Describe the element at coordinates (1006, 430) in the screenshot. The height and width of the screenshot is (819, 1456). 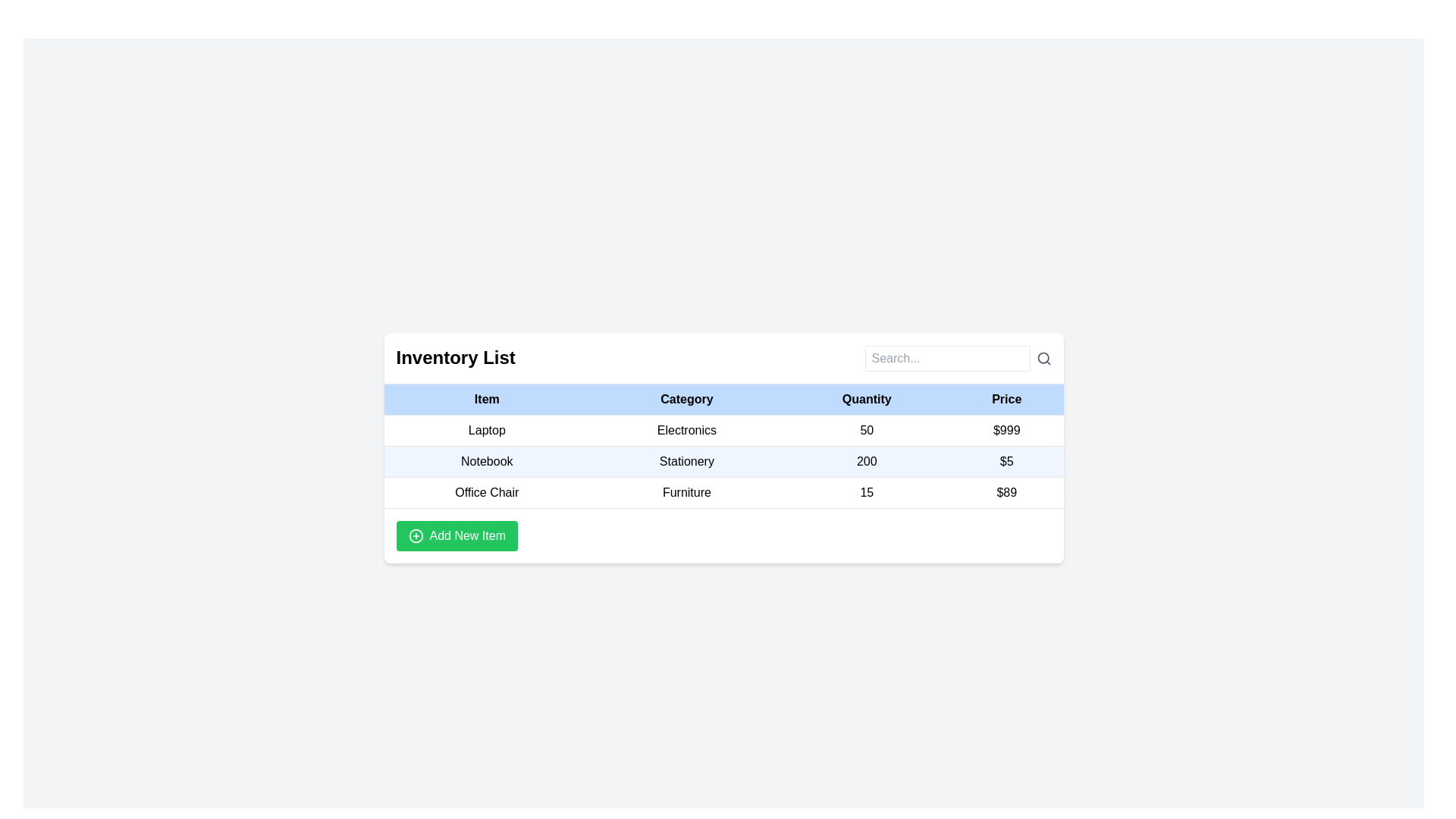
I see `value displayed in the text label showing '$999' under the 'Price' heading in the first row of the table` at that location.